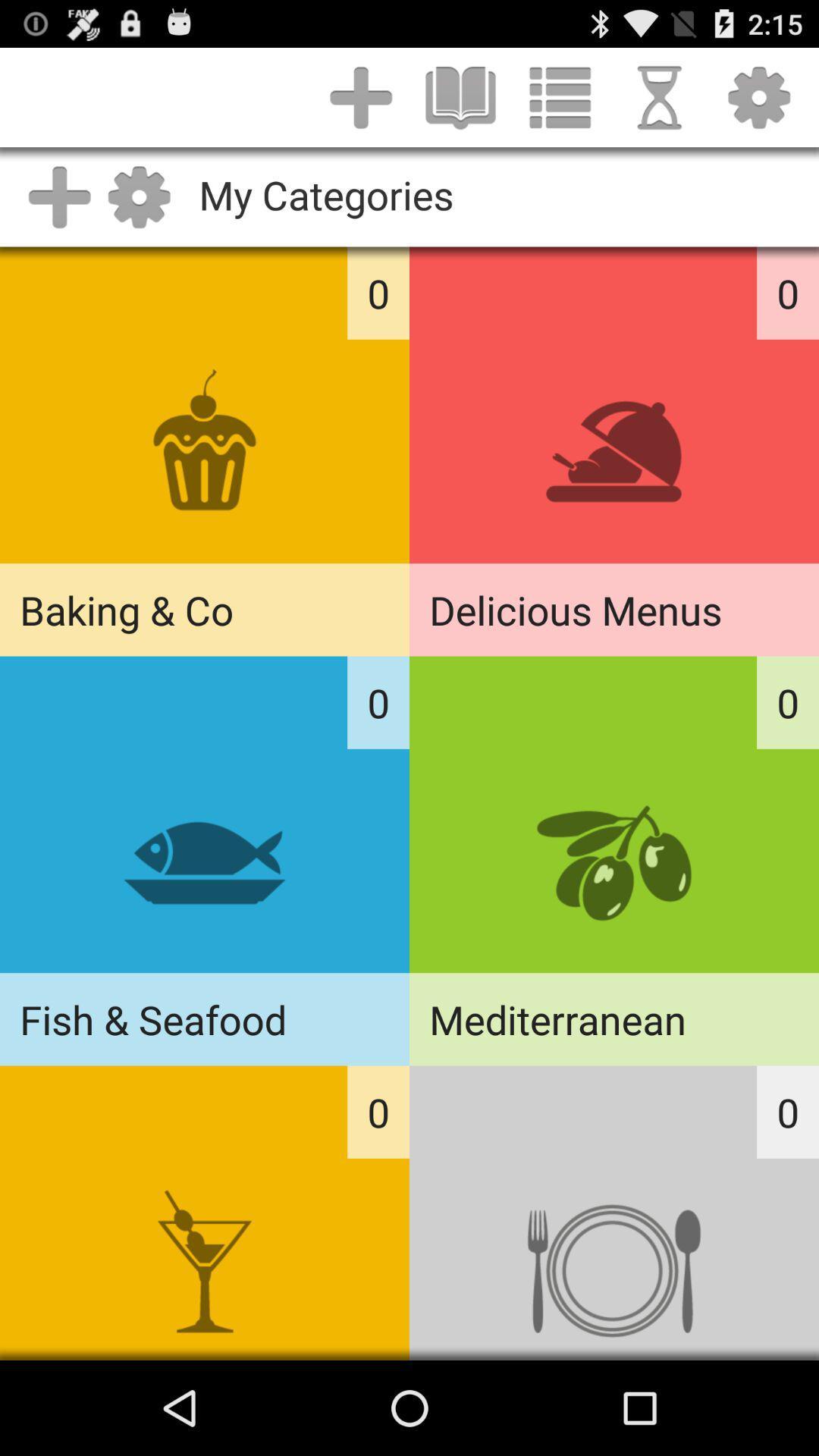  Describe the element at coordinates (659, 104) in the screenshot. I see `the bookmark icon` at that location.